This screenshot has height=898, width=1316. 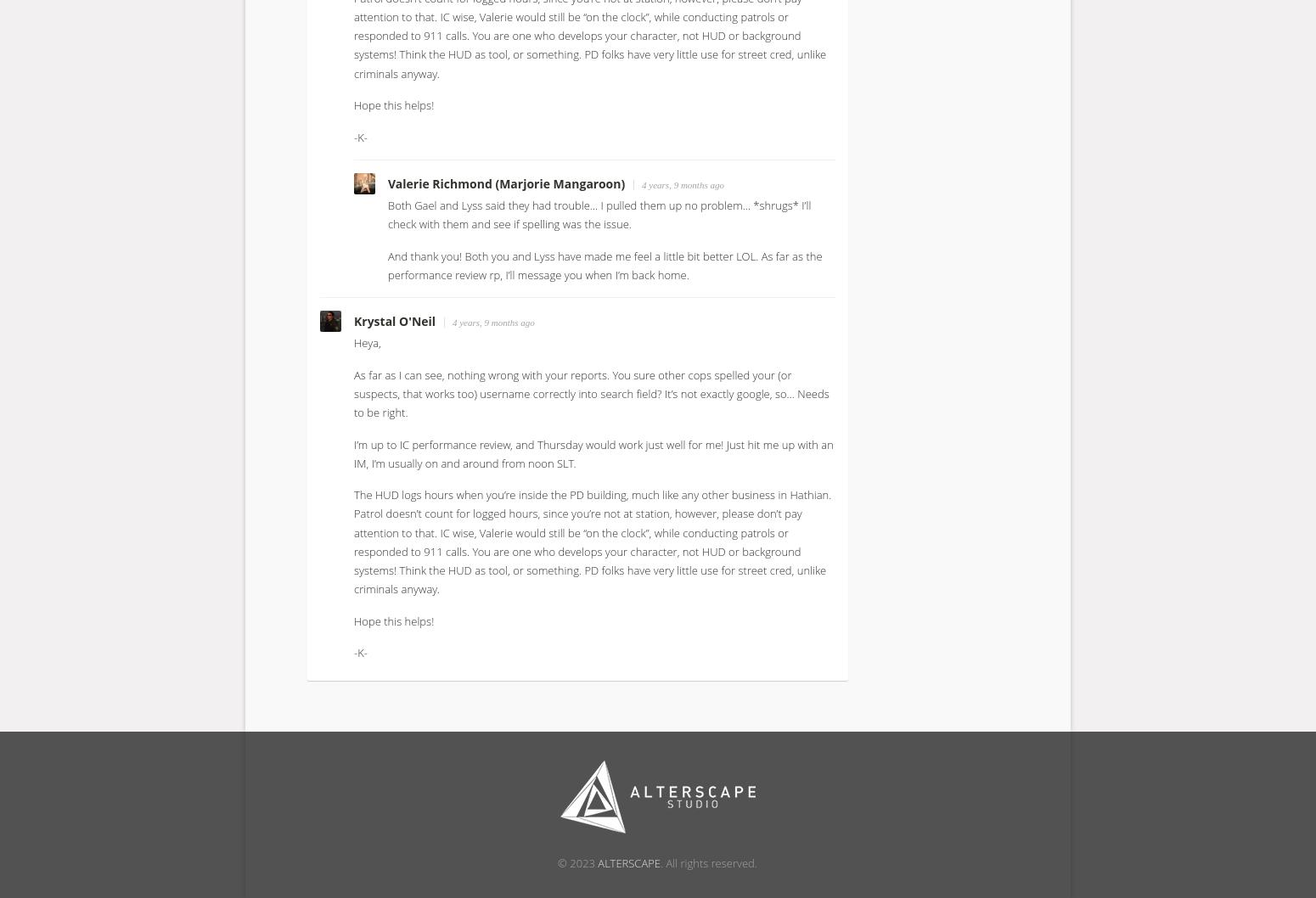 What do you see at coordinates (395, 321) in the screenshot?
I see `'Krystal O'Neil'` at bounding box center [395, 321].